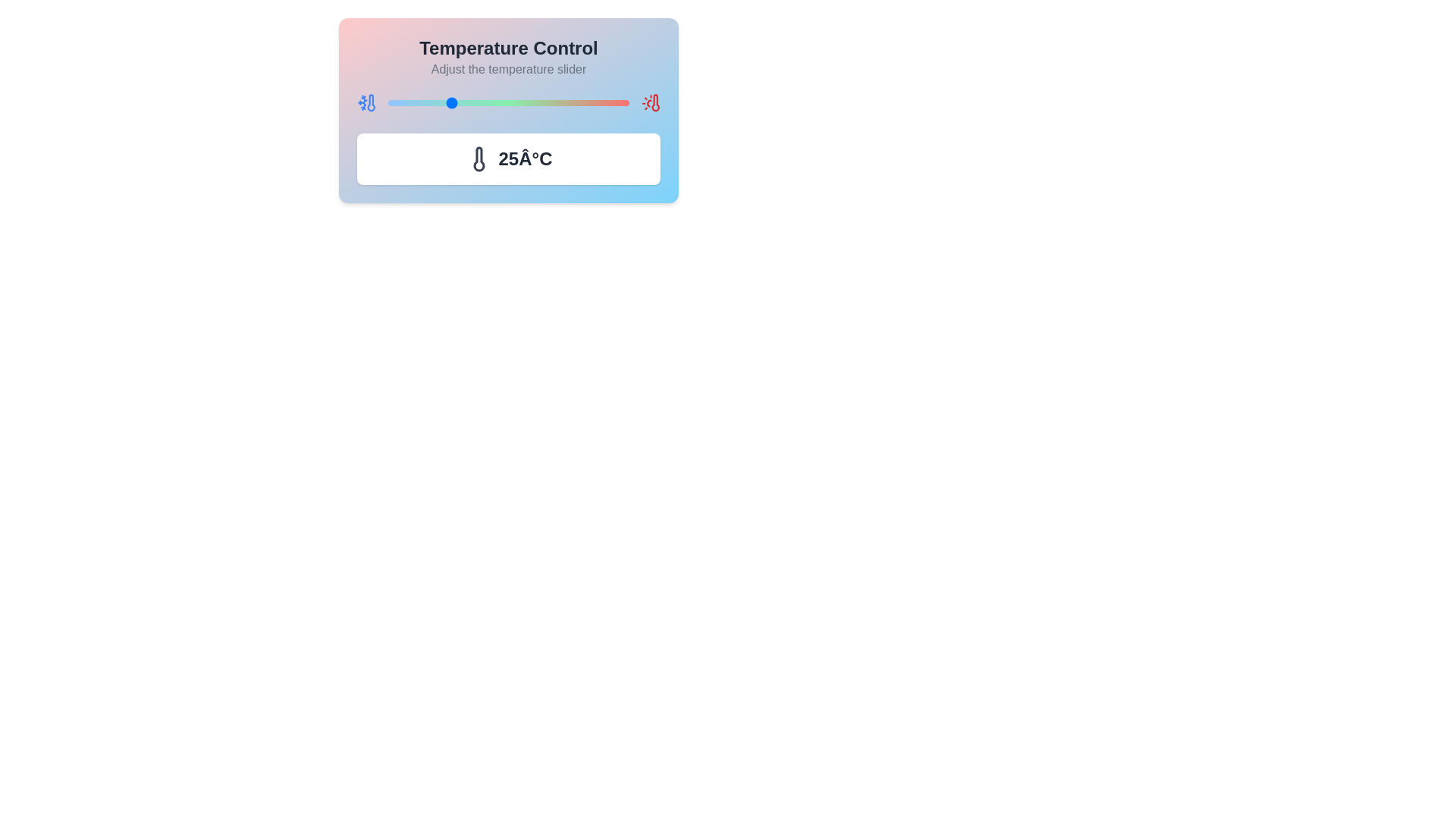 The height and width of the screenshot is (819, 1456). What do you see at coordinates (604, 102) in the screenshot?
I see `the temperature to 90°C by adjusting the slider` at bounding box center [604, 102].